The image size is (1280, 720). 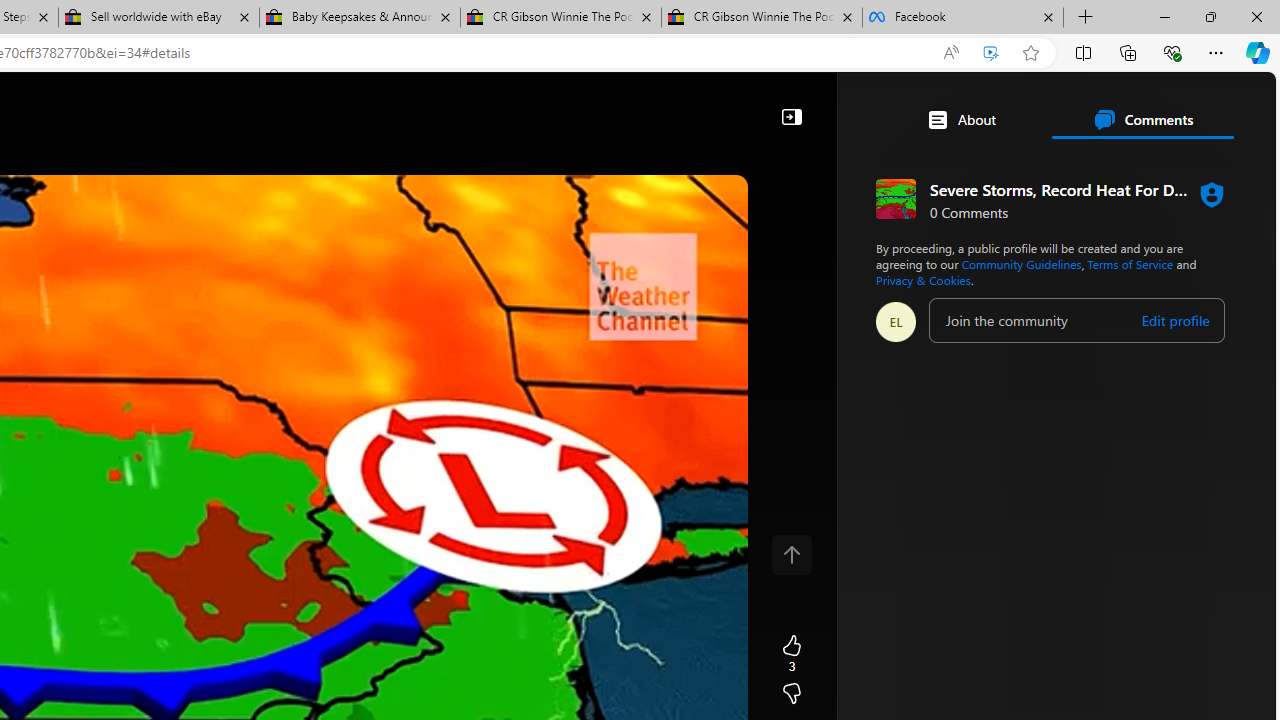 I want to click on 'Baby Keepsakes & Announcements for sale | eBay', so click(x=359, y=17).